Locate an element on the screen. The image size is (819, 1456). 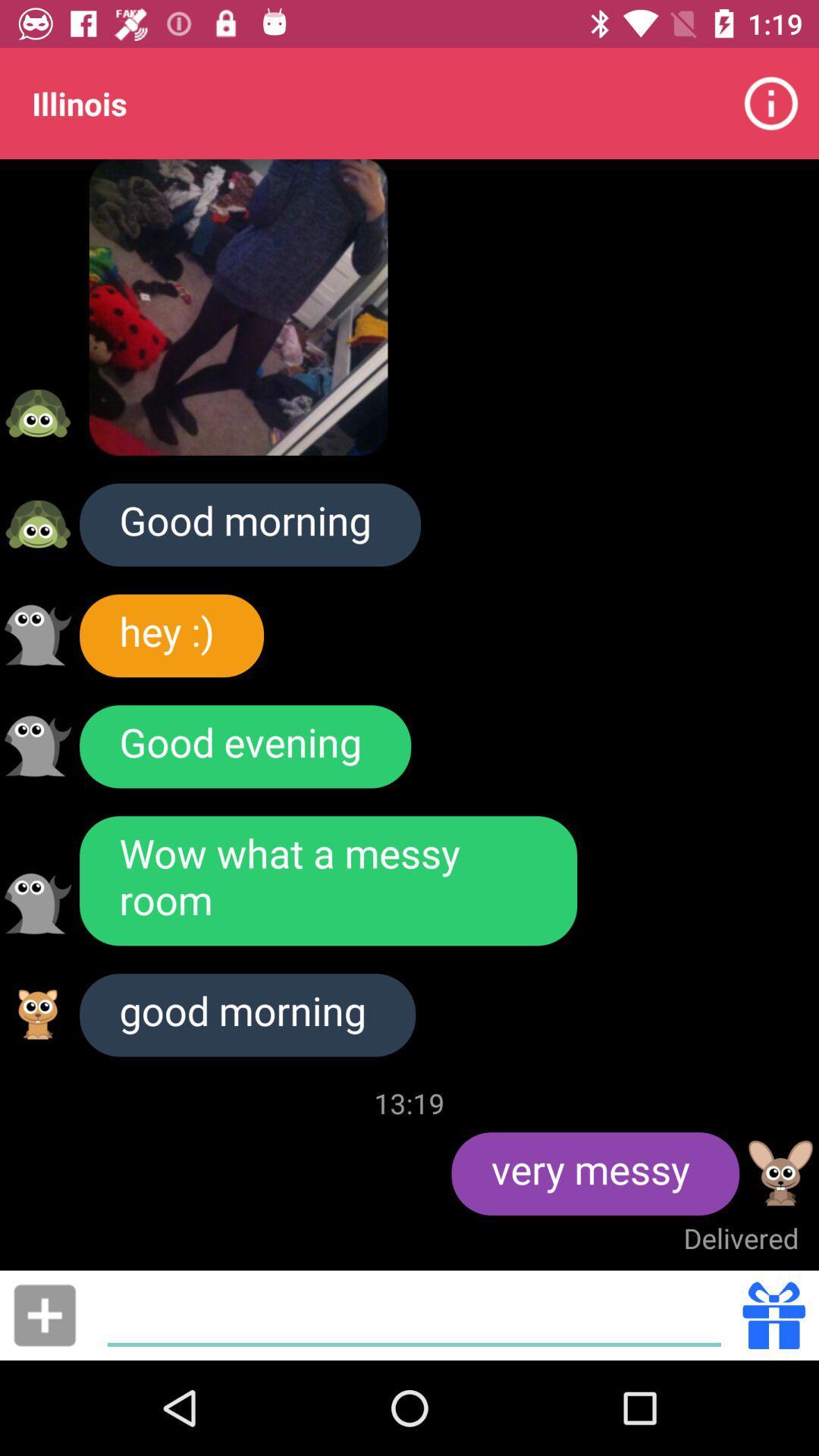
item to the left of the very messy is located at coordinates (409, 1103).